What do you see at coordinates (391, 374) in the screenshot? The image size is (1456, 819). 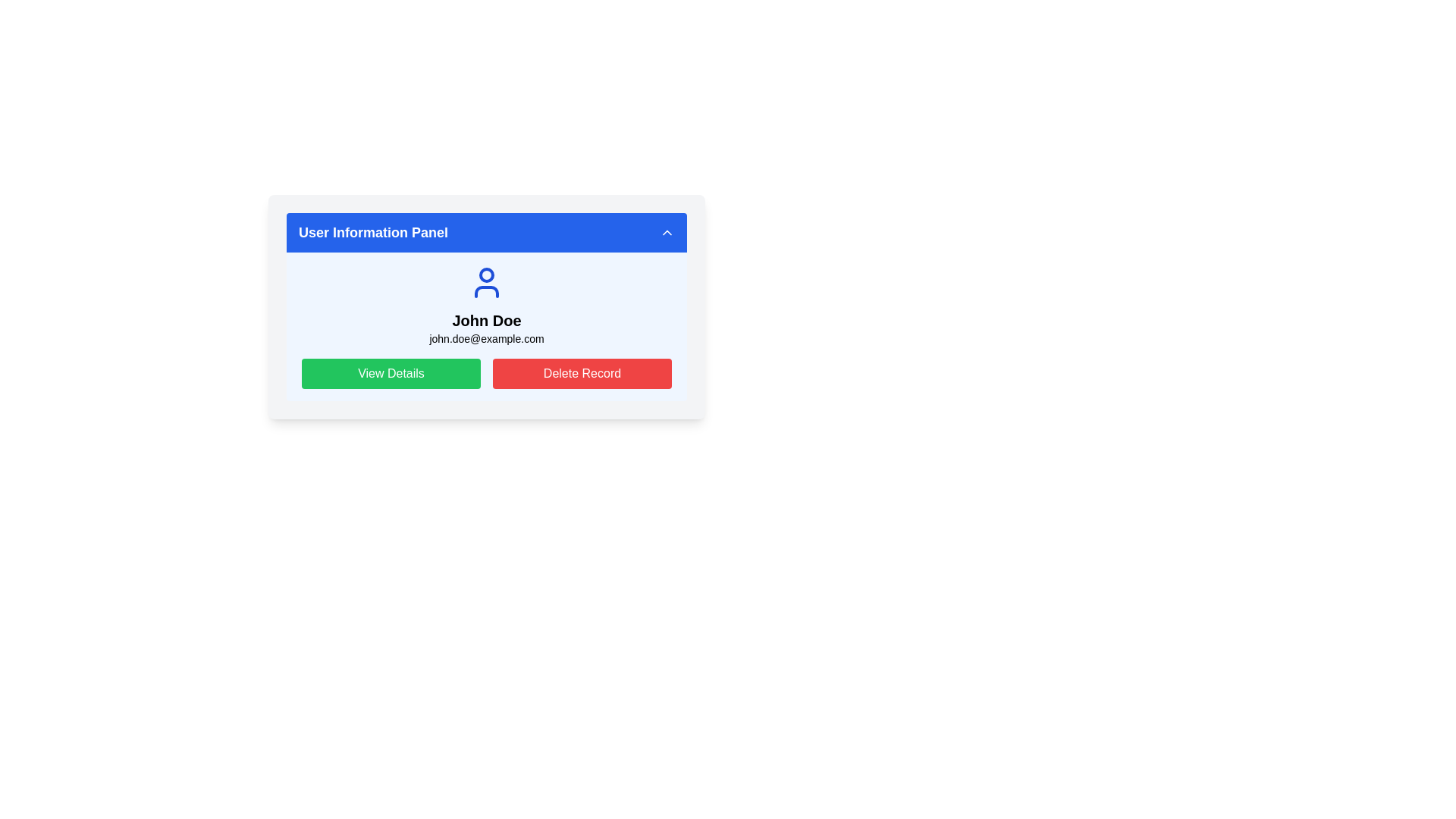 I see `the button located in the 'User Information Panel' below the user details` at bounding box center [391, 374].